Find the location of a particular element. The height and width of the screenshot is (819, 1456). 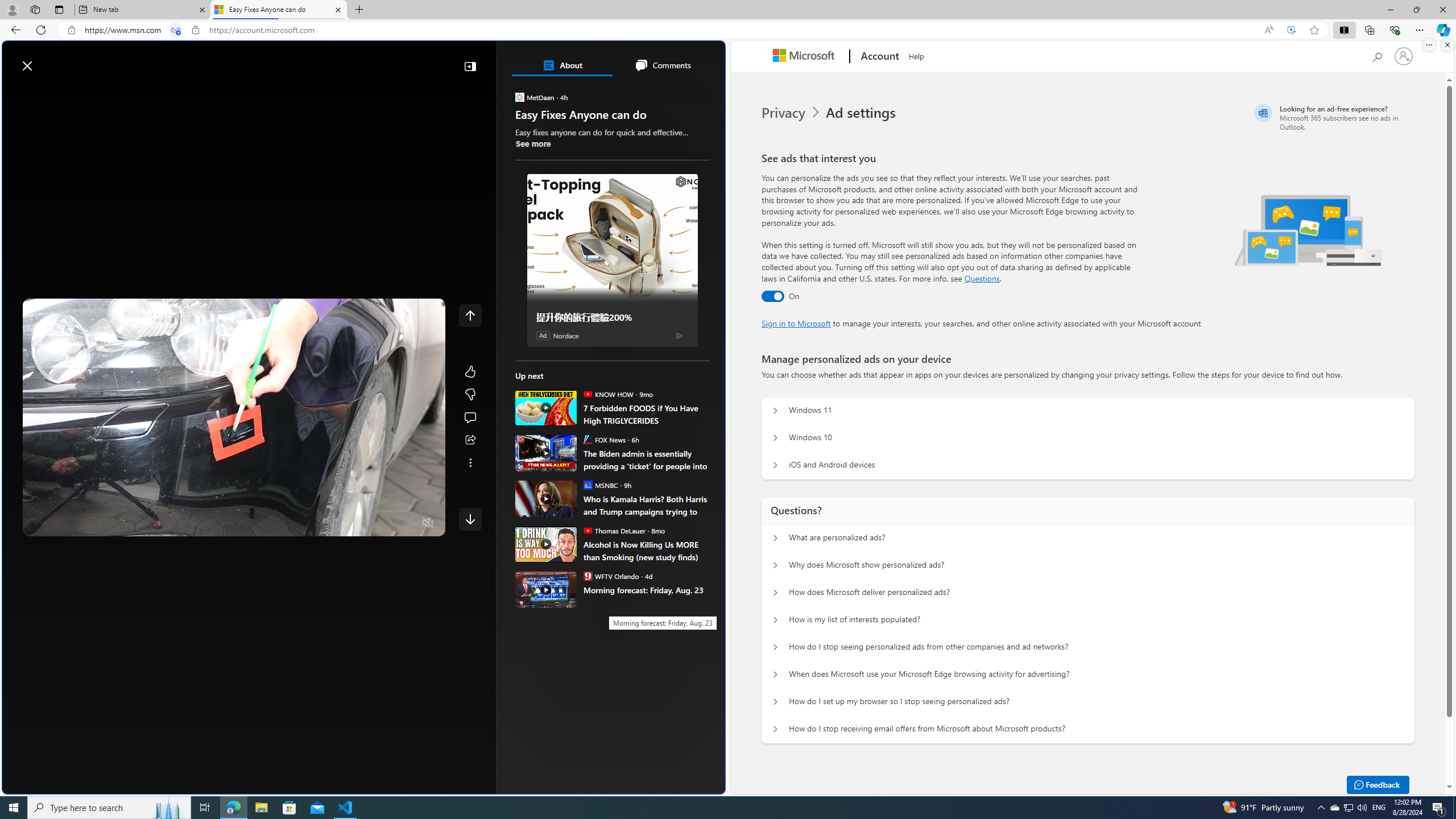

'Like' is located at coordinates (470, 371).